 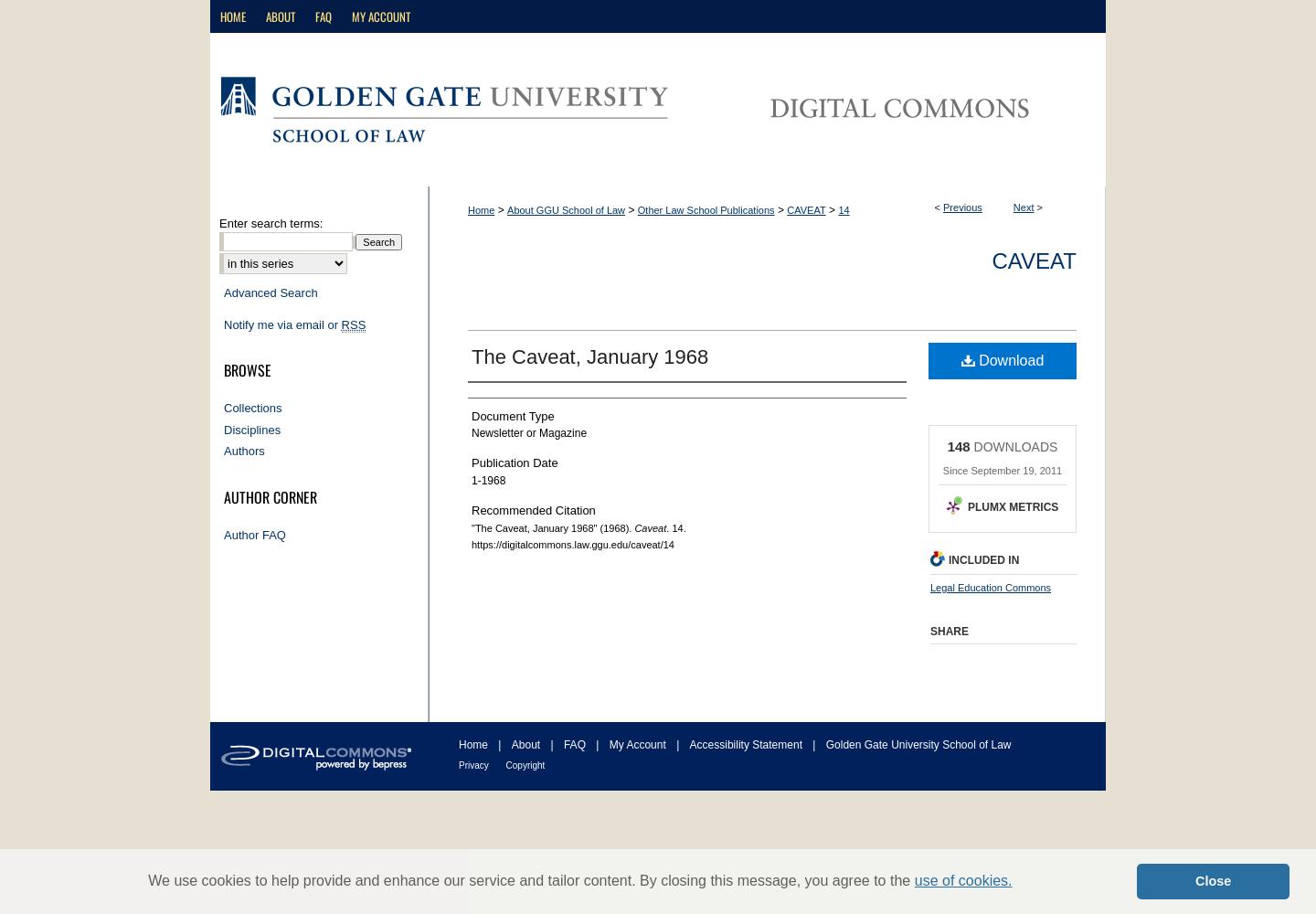 What do you see at coordinates (917, 743) in the screenshot?
I see `'Golden Gate University School of Law'` at bounding box center [917, 743].